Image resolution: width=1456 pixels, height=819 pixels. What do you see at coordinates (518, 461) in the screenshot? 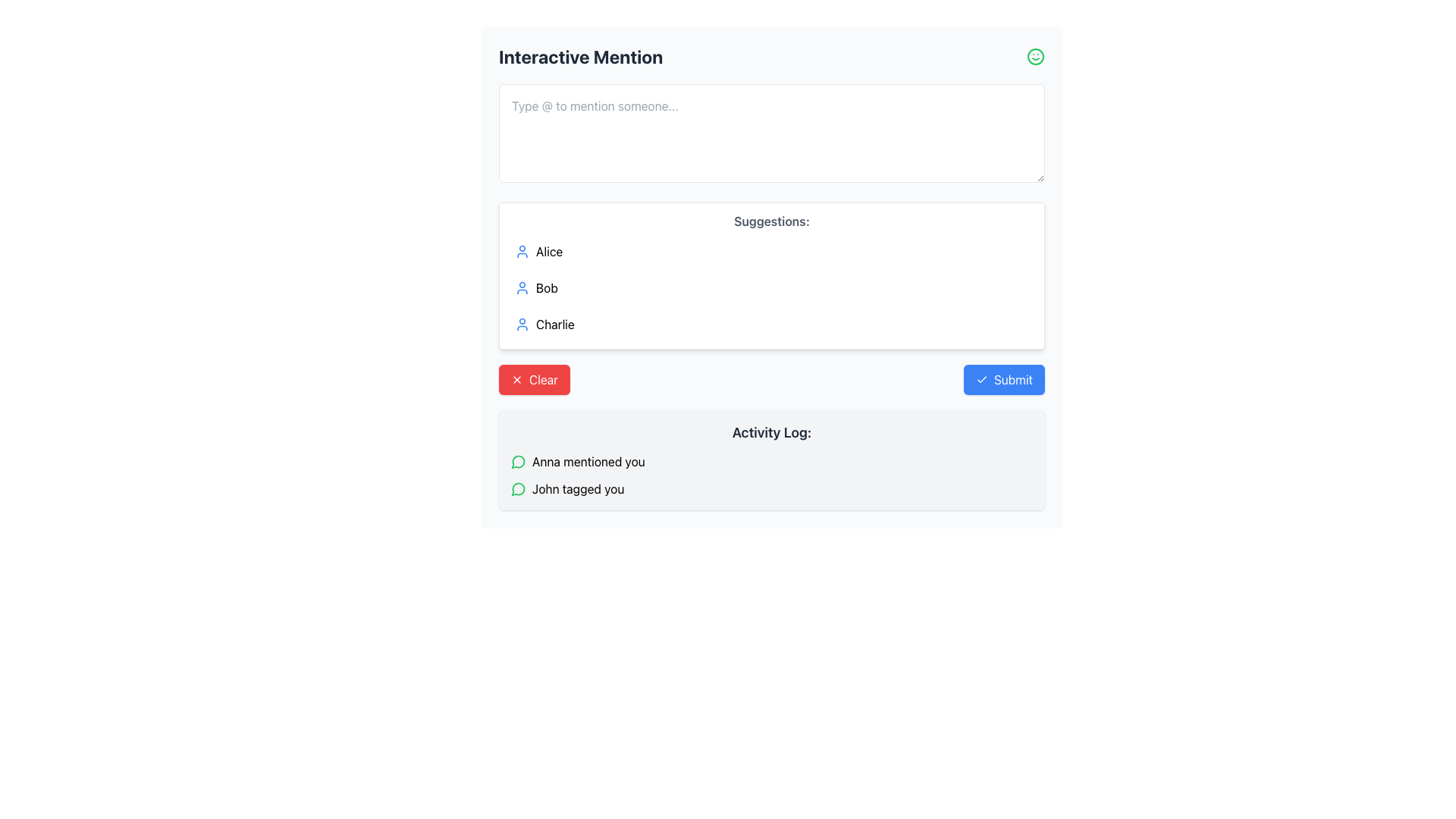
I see `the circular green chat bubble icon associated with the log entry mentioning 'John tagged you' in the activity log section` at bounding box center [518, 461].